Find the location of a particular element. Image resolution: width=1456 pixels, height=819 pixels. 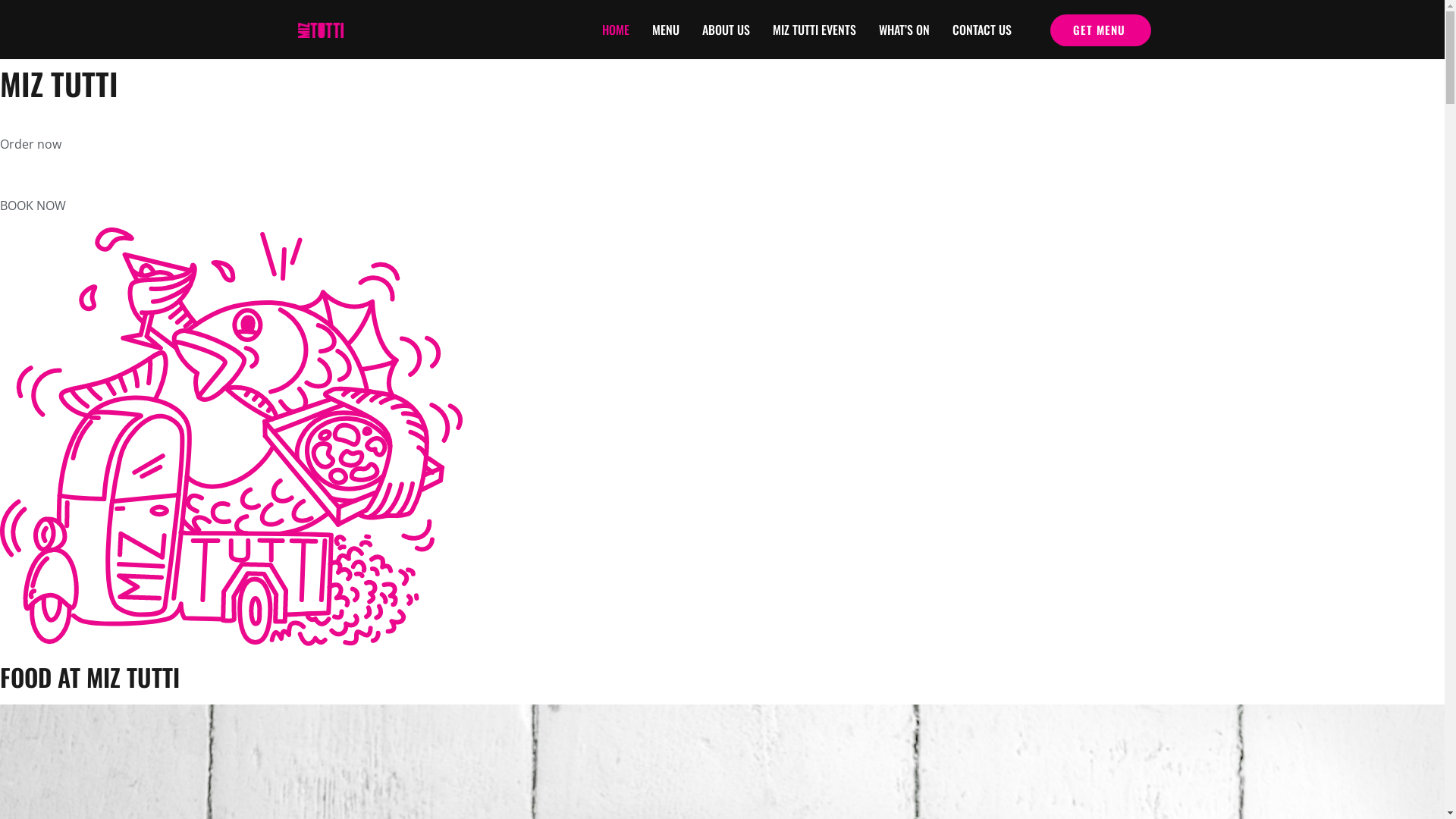

'MENU' is located at coordinates (666, 30).